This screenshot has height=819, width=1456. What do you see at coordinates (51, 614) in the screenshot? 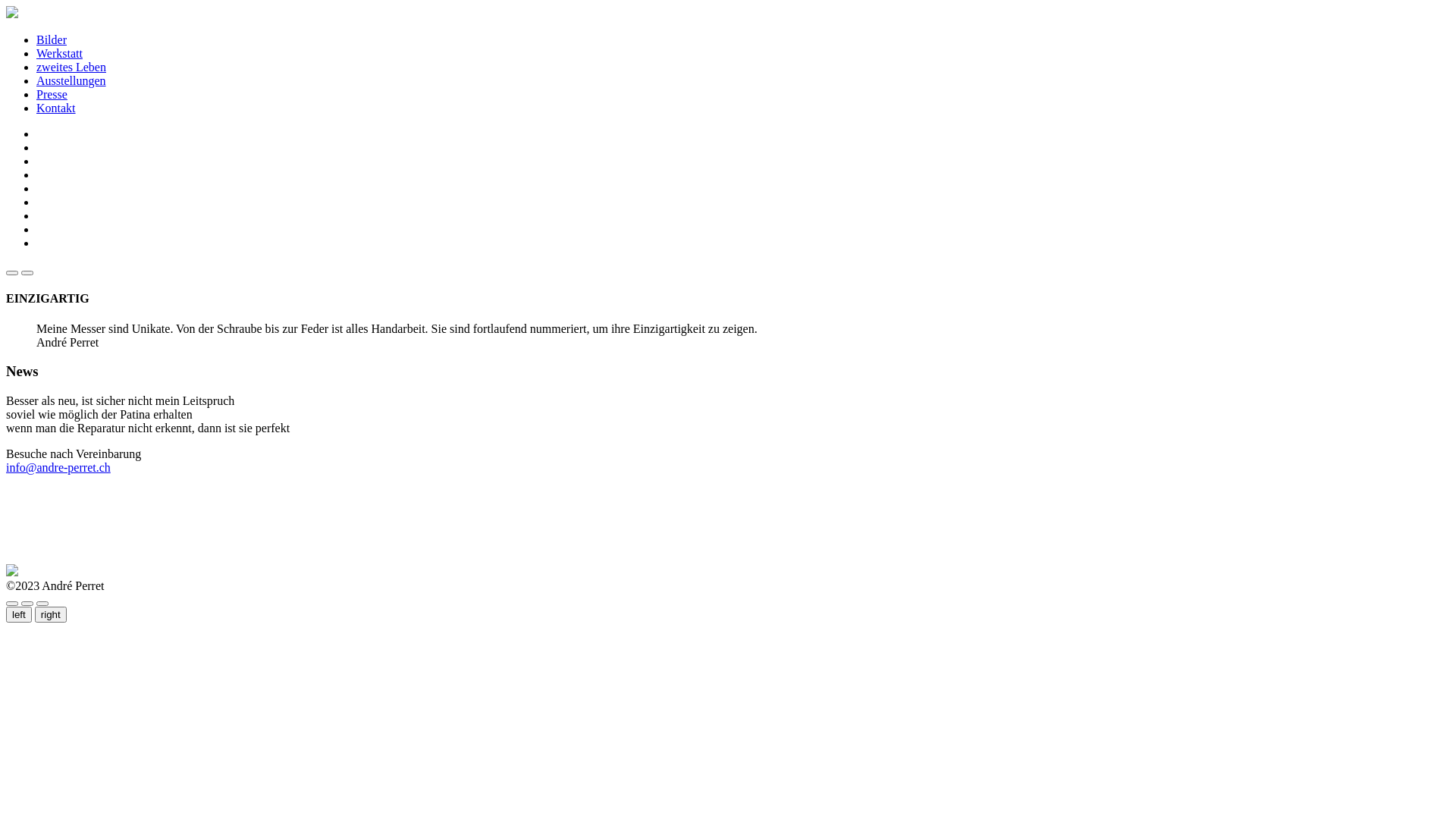
I see `'right'` at bounding box center [51, 614].